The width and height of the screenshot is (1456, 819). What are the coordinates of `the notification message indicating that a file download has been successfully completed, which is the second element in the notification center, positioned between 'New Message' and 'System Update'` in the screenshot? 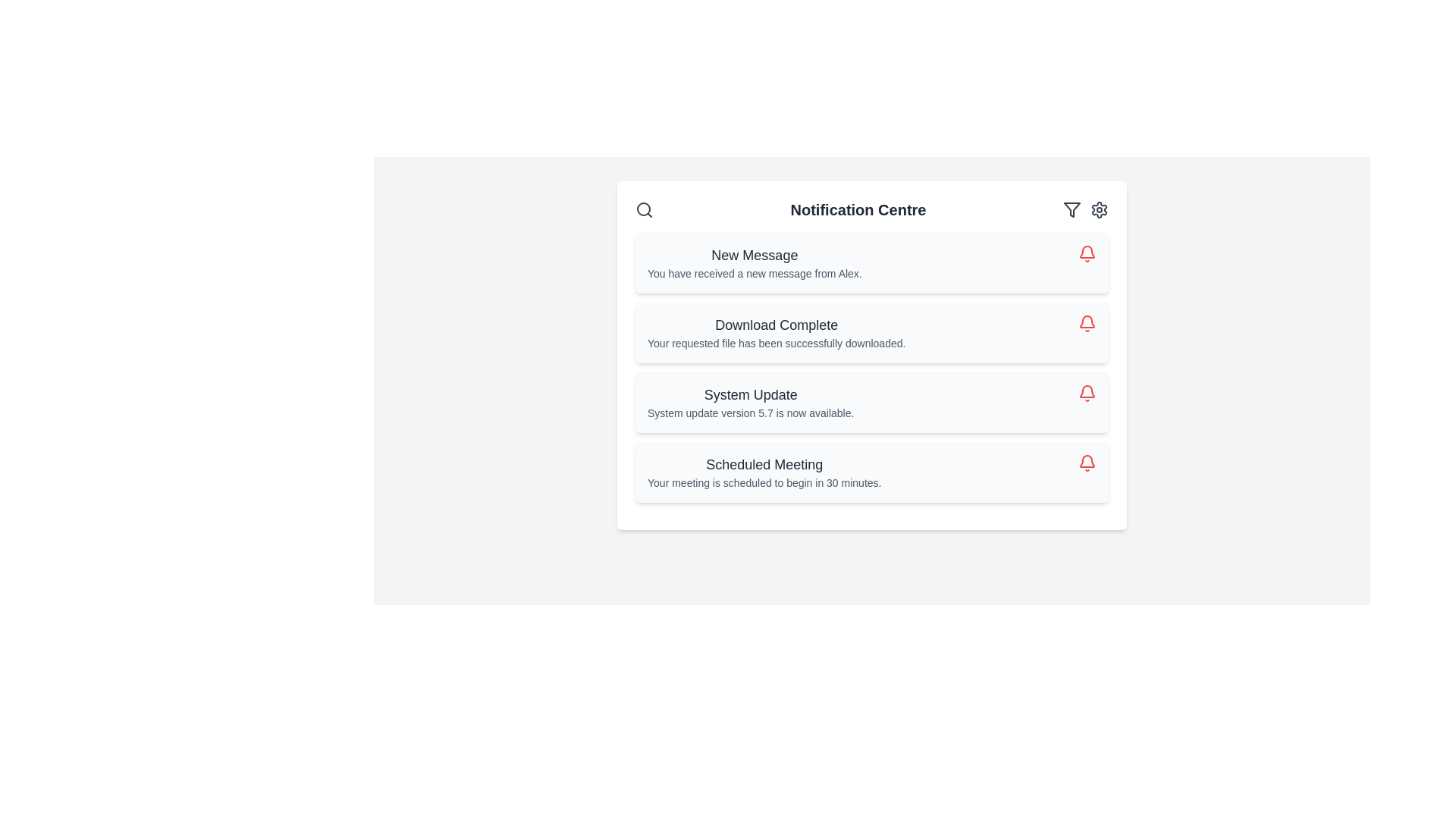 It's located at (777, 332).